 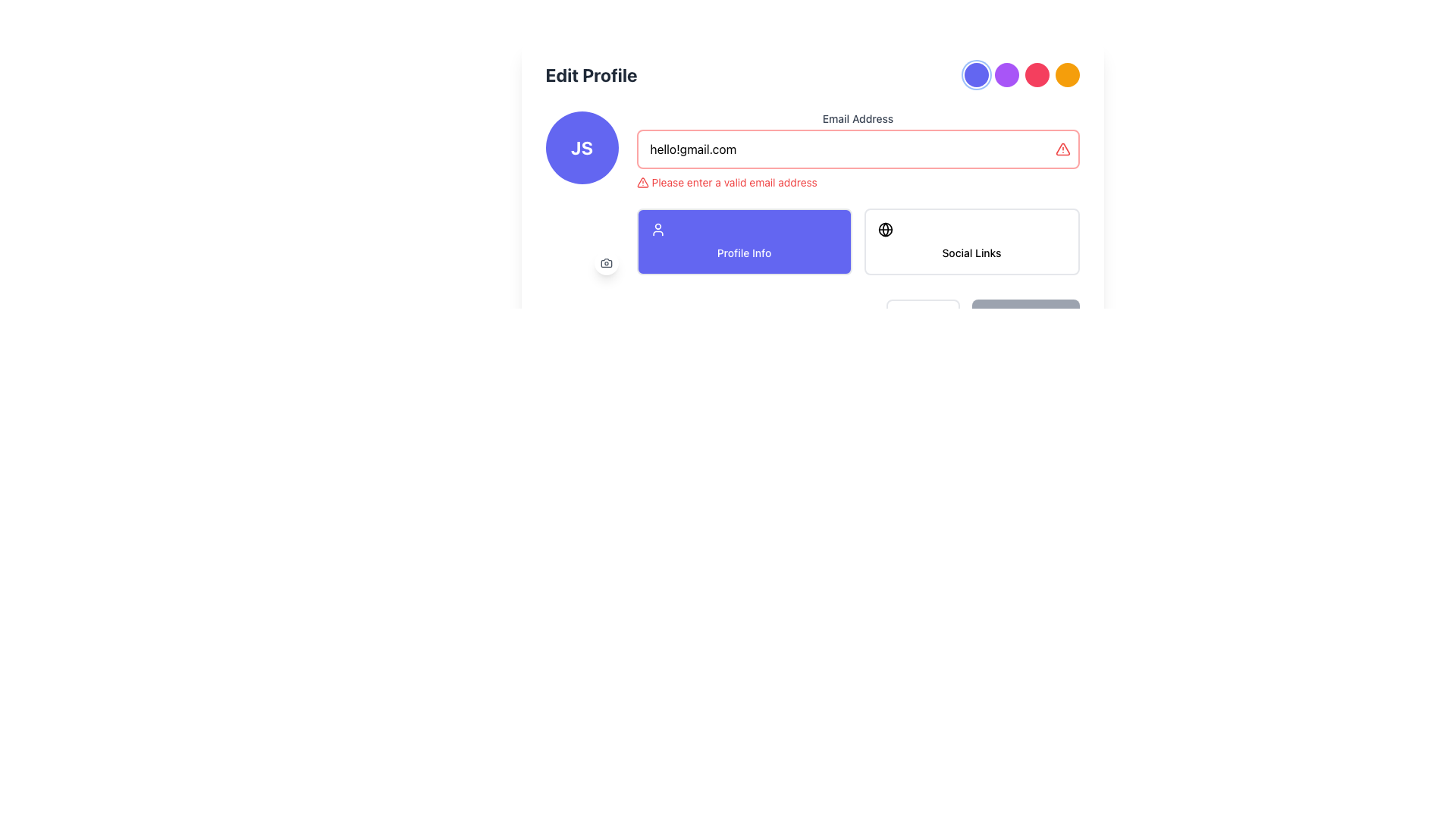 I want to click on text element labeled 'Profile Info' which is positioned within a button-like component on the left side of the interface, so click(x=744, y=252).